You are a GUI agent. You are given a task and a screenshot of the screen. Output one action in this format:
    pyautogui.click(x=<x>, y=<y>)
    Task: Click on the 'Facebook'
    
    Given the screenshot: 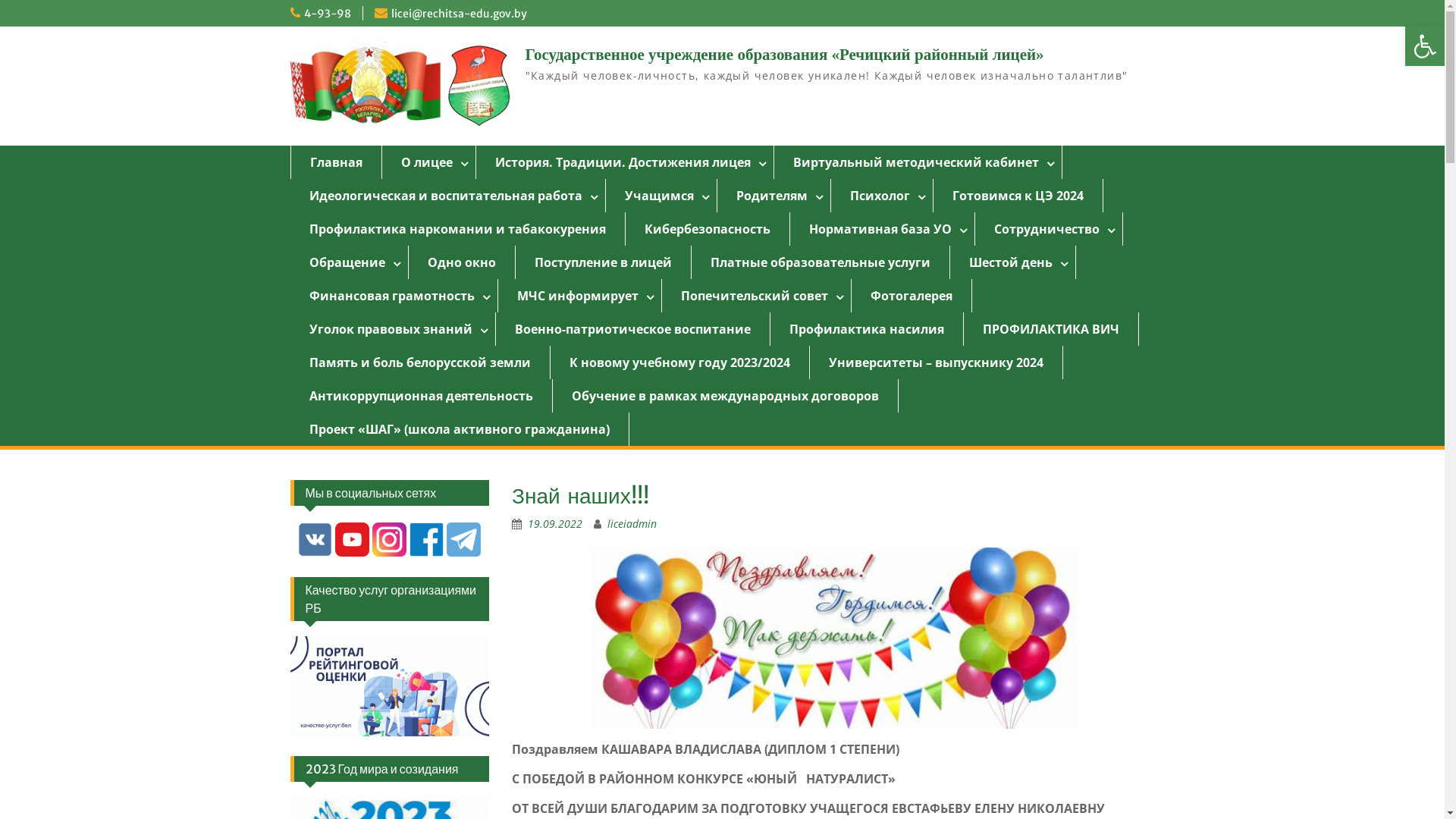 What is the action you would take?
    pyautogui.click(x=425, y=554)
    